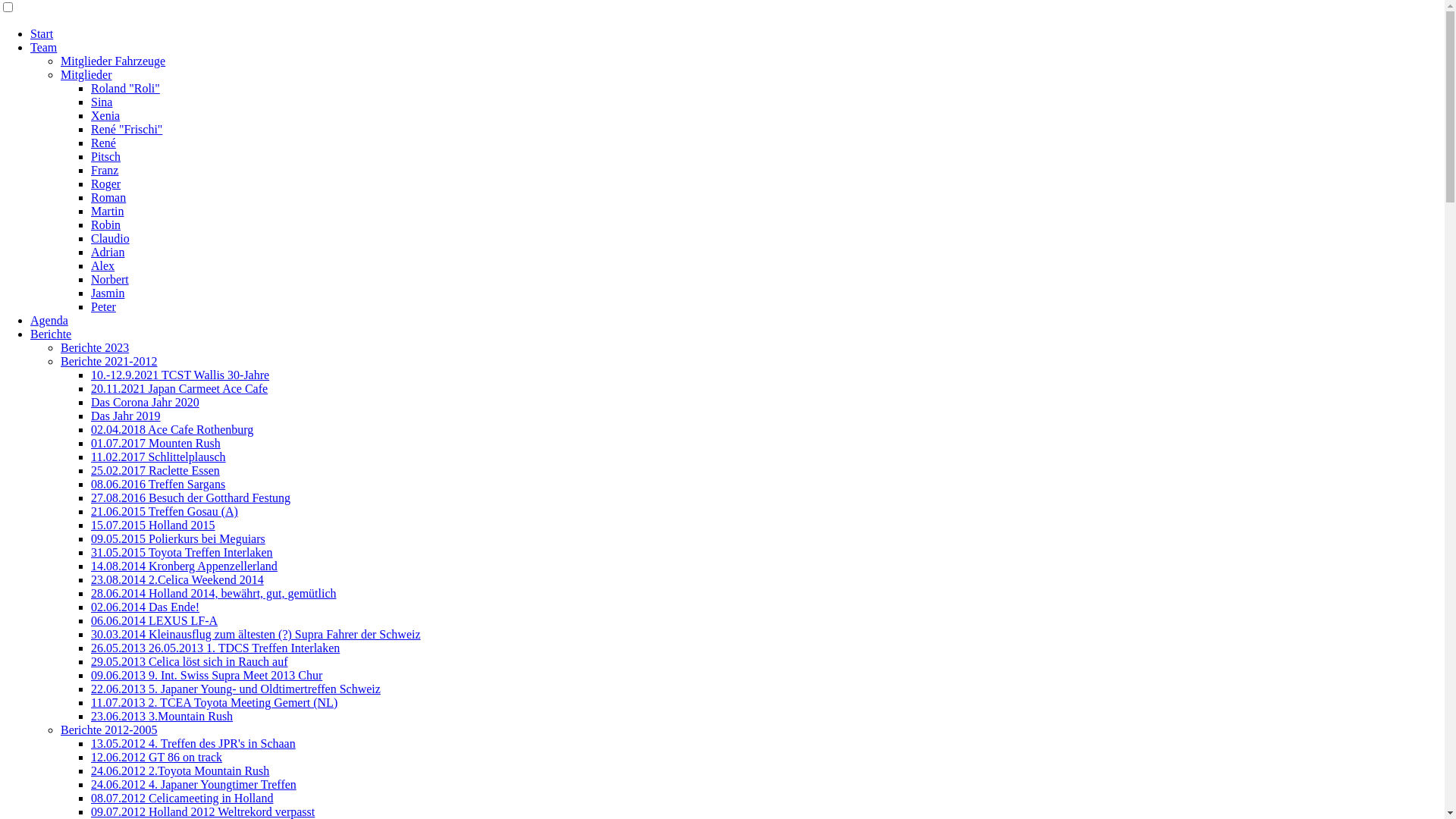  What do you see at coordinates (184, 566) in the screenshot?
I see `'14.08.2014 Kronberg Appenzellerland'` at bounding box center [184, 566].